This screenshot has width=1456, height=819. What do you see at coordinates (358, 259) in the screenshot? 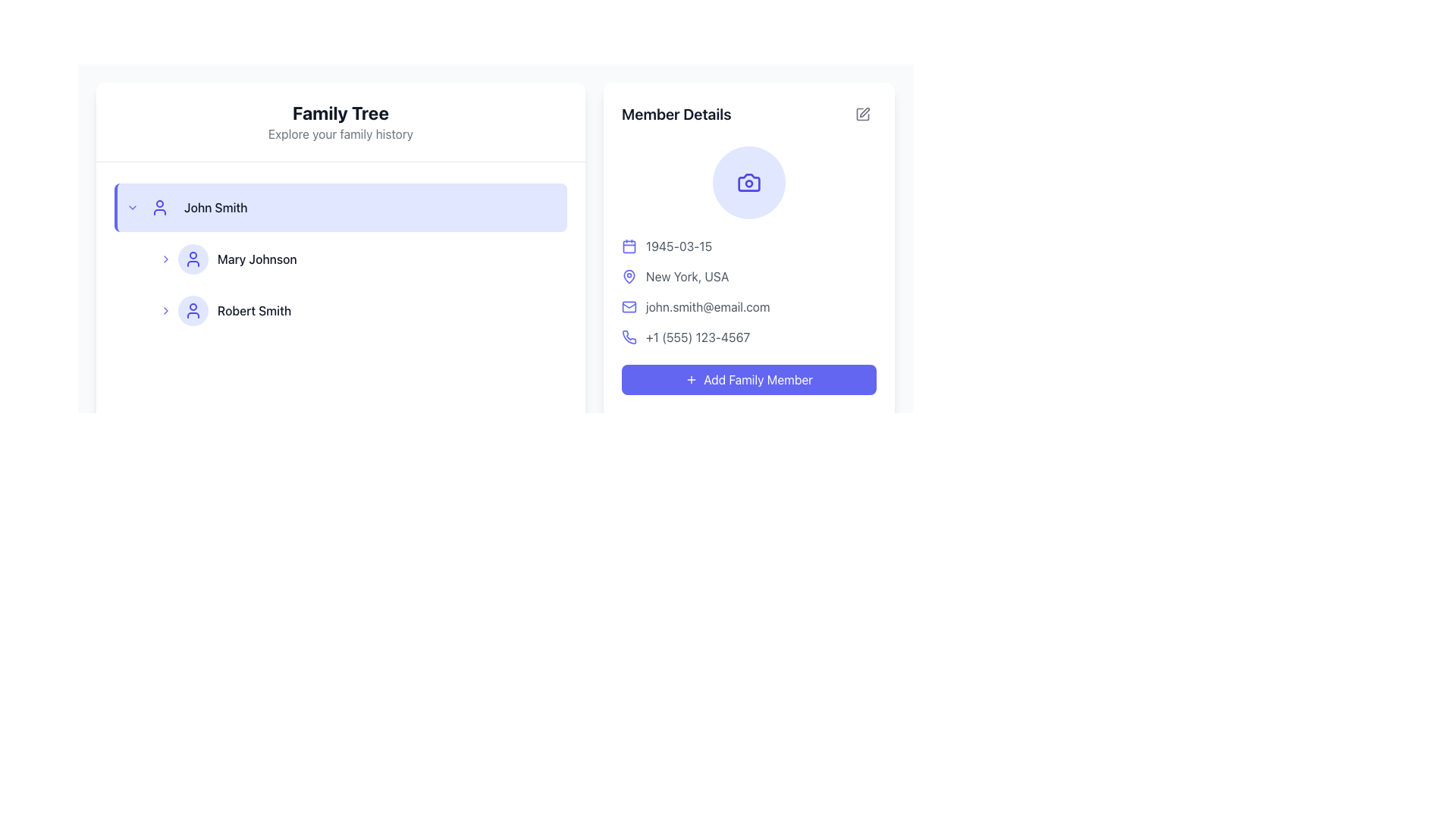
I see `the list item representing 'Mary Johnson' in the 'Family Tree' section` at bounding box center [358, 259].